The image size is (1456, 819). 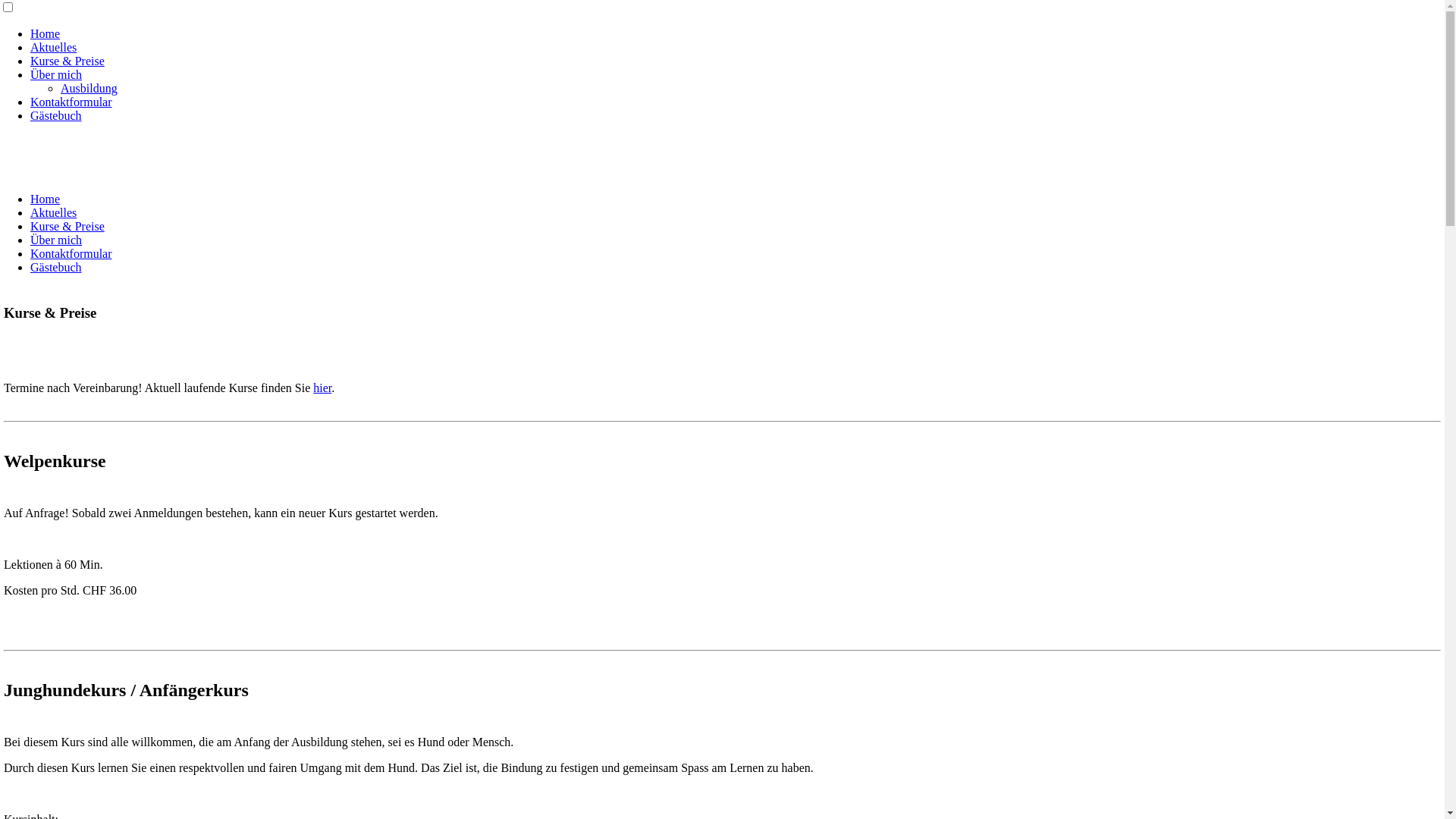 What do you see at coordinates (88, 88) in the screenshot?
I see `'Ausbildung'` at bounding box center [88, 88].